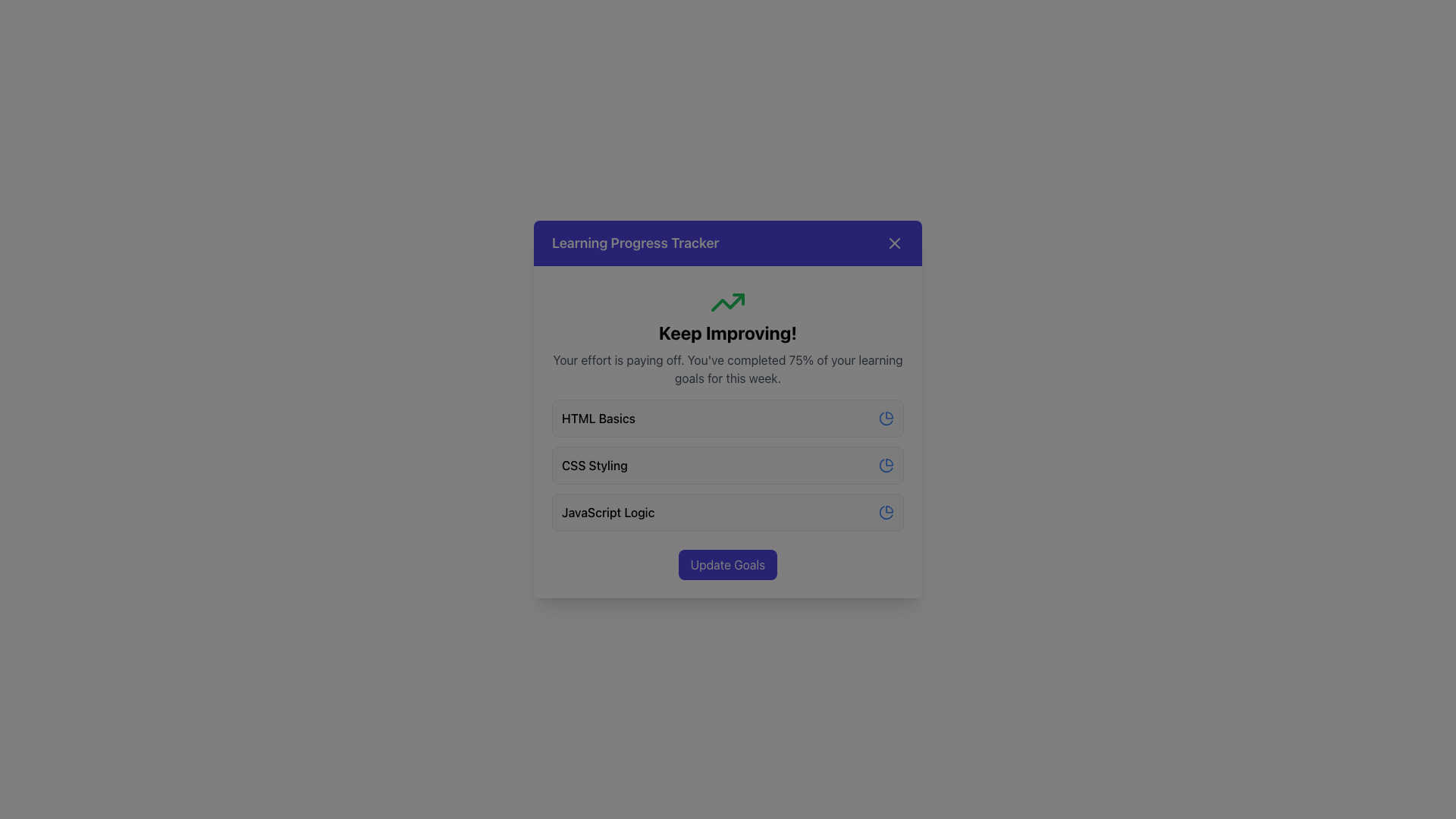  What do you see at coordinates (728, 369) in the screenshot?
I see `the motivational text label that displays progress towards weekly learning goals, located directly below the title 'Keep Improving!'` at bounding box center [728, 369].